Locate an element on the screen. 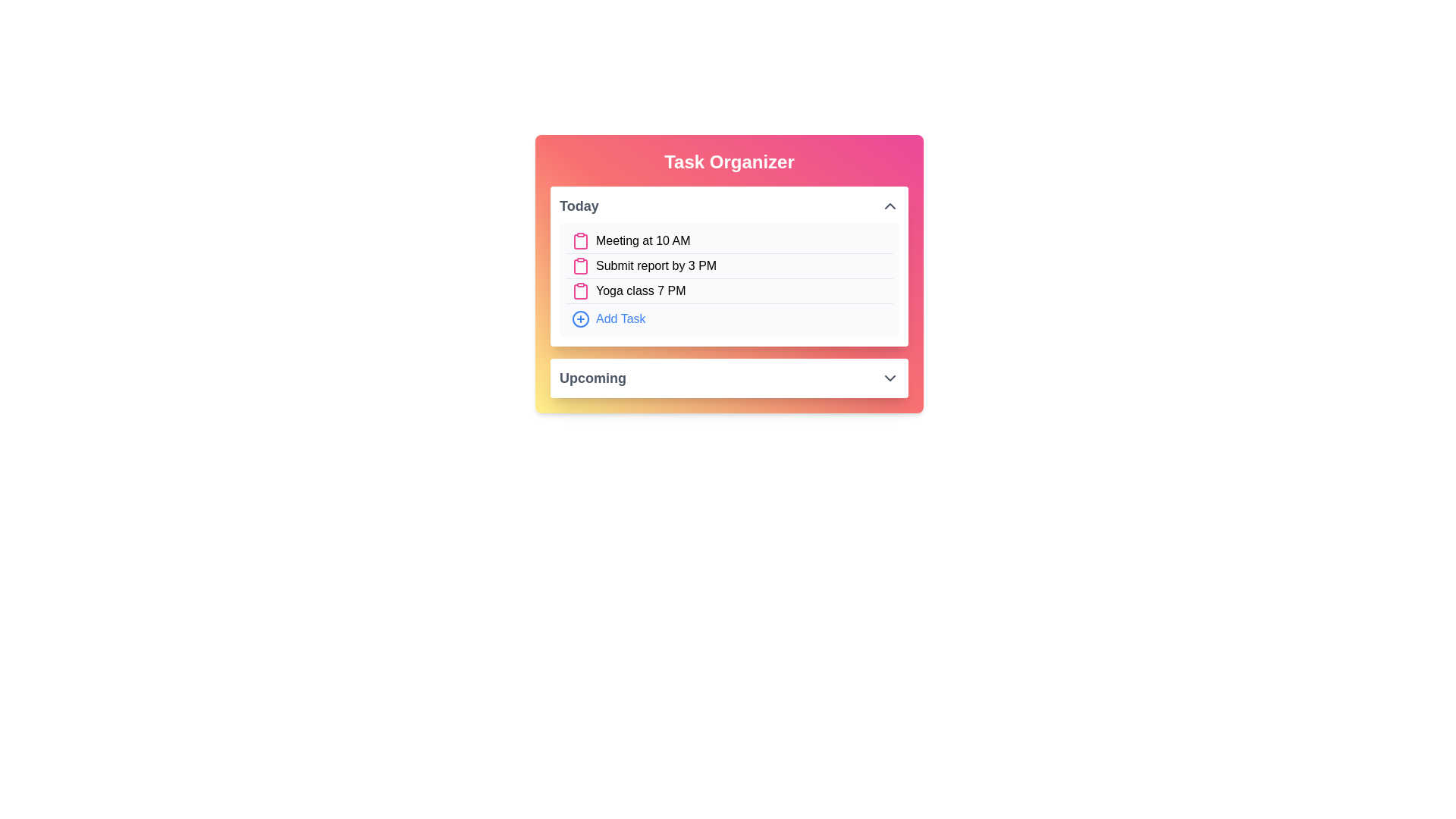 This screenshot has height=819, width=1456. the dropdown indicator icon (chevron) is located at coordinates (890, 377).